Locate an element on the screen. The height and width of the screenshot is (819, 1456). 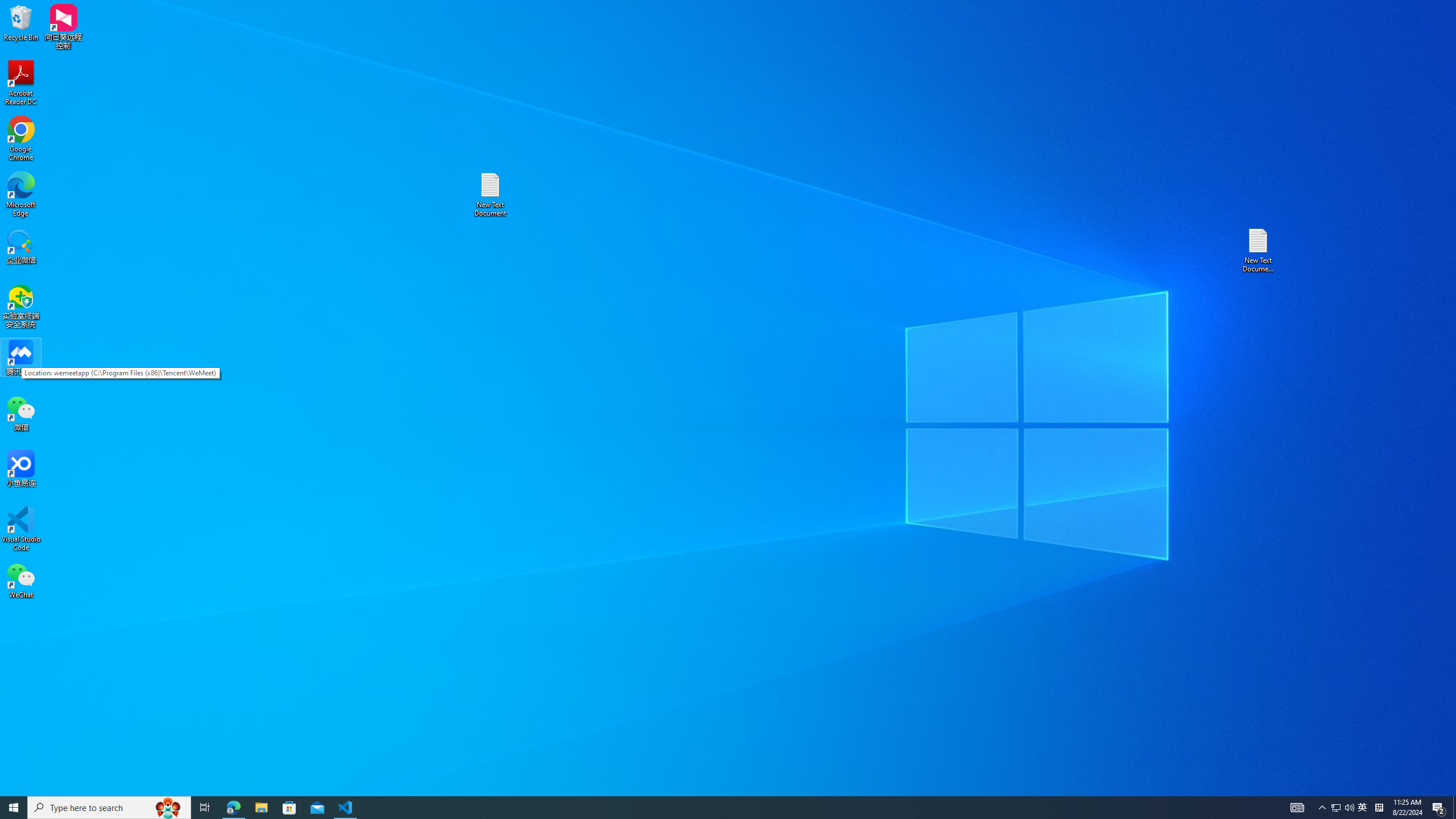
'Show desktop' is located at coordinates (1454, 806).